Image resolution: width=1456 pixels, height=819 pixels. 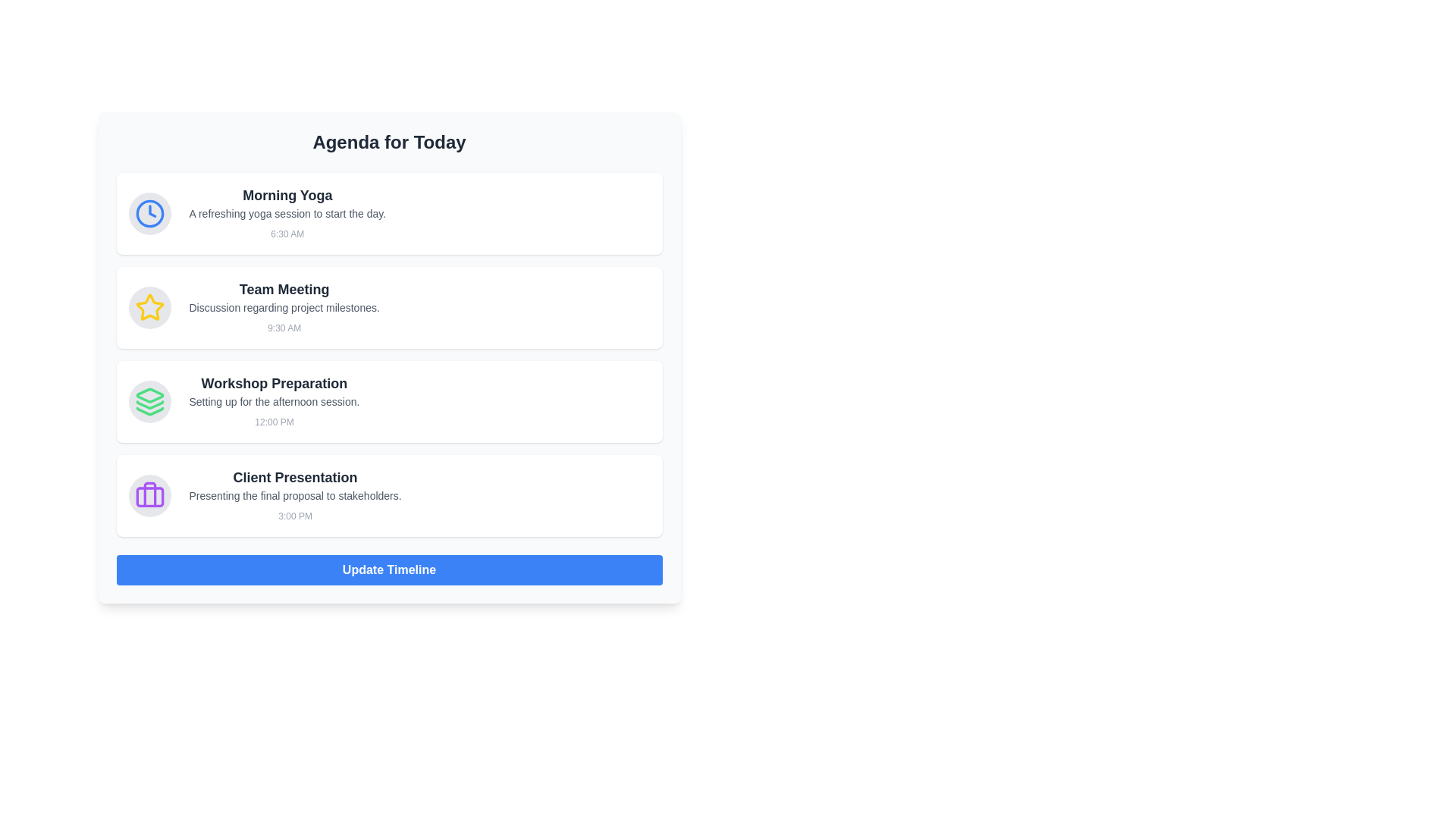 What do you see at coordinates (284, 307) in the screenshot?
I see `the text label that describes the 'Team Meeting' agenda item, located between the title 'Team Meeting' and the time '9:30 AM' in the vertical agenda list` at bounding box center [284, 307].